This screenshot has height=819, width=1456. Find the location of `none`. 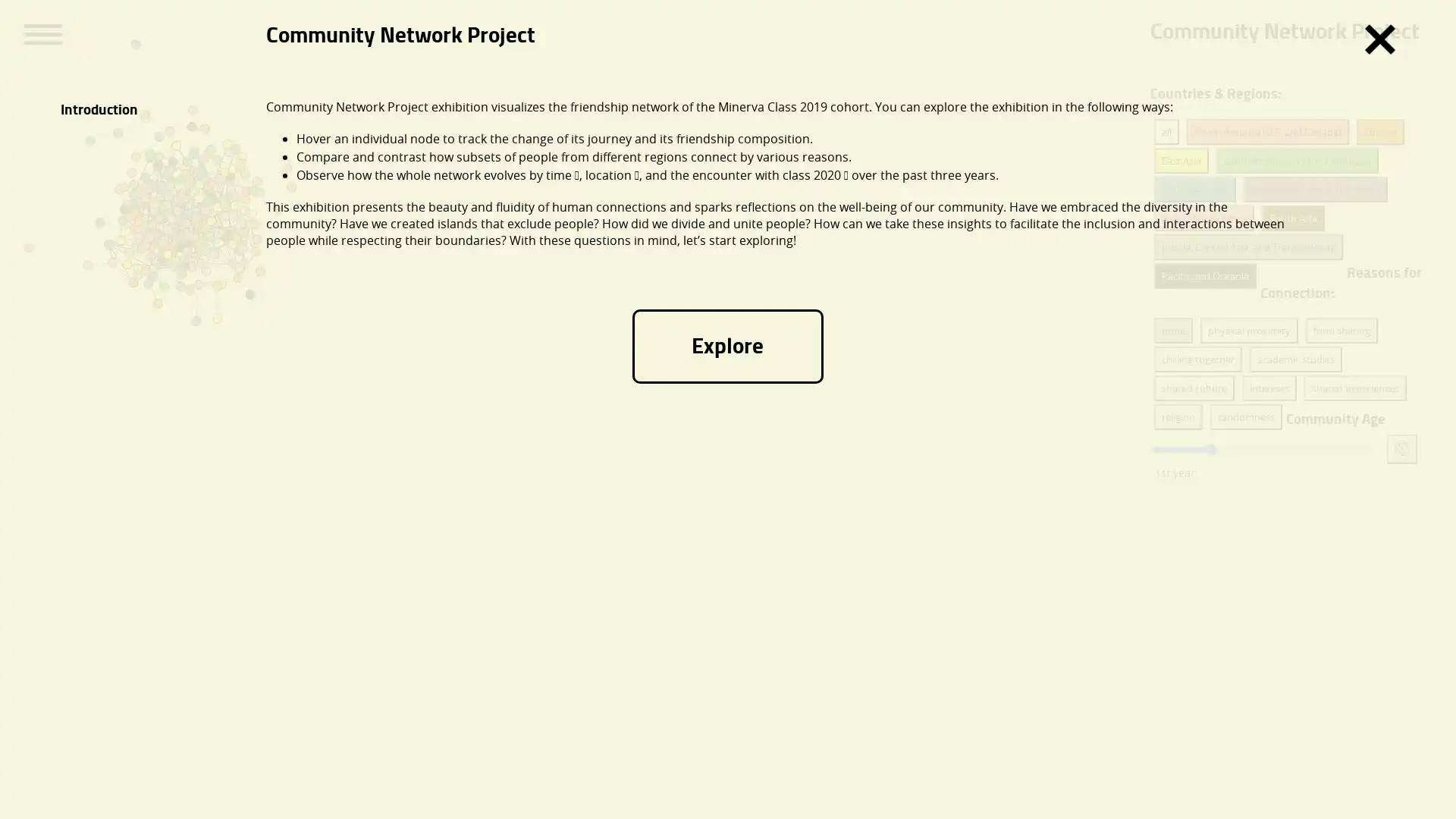

none is located at coordinates (1172, 329).